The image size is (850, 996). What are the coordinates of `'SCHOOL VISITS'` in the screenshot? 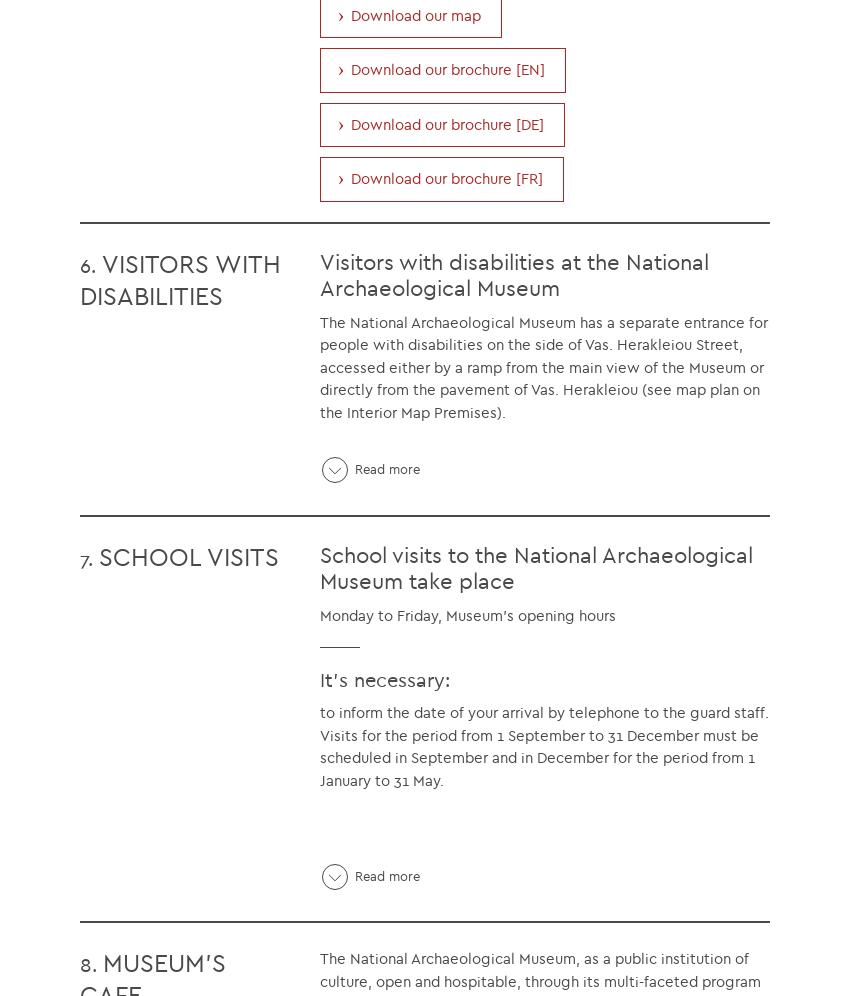 It's located at (188, 554).